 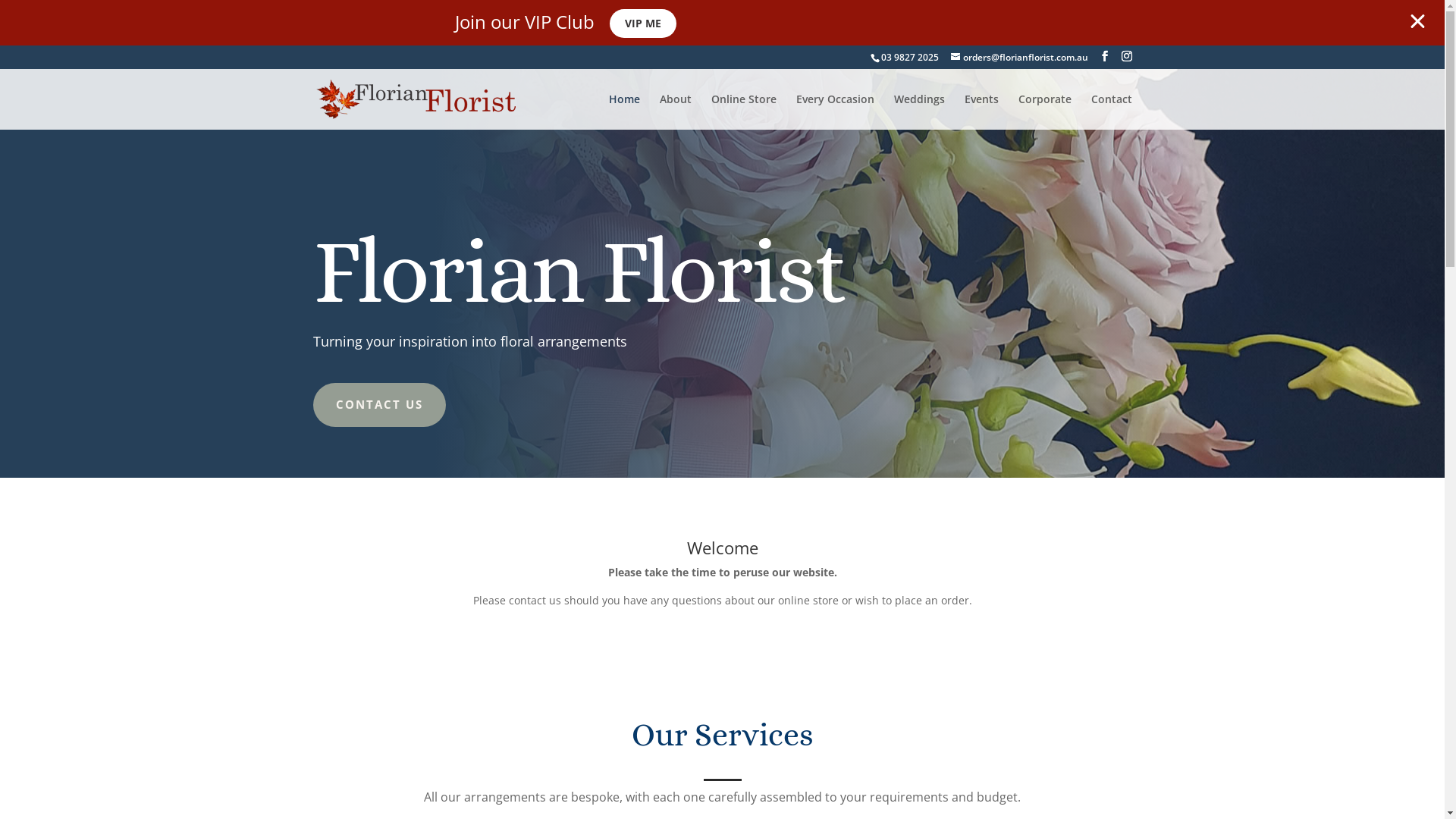 I want to click on 'Corporate', so click(x=1018, y=111).